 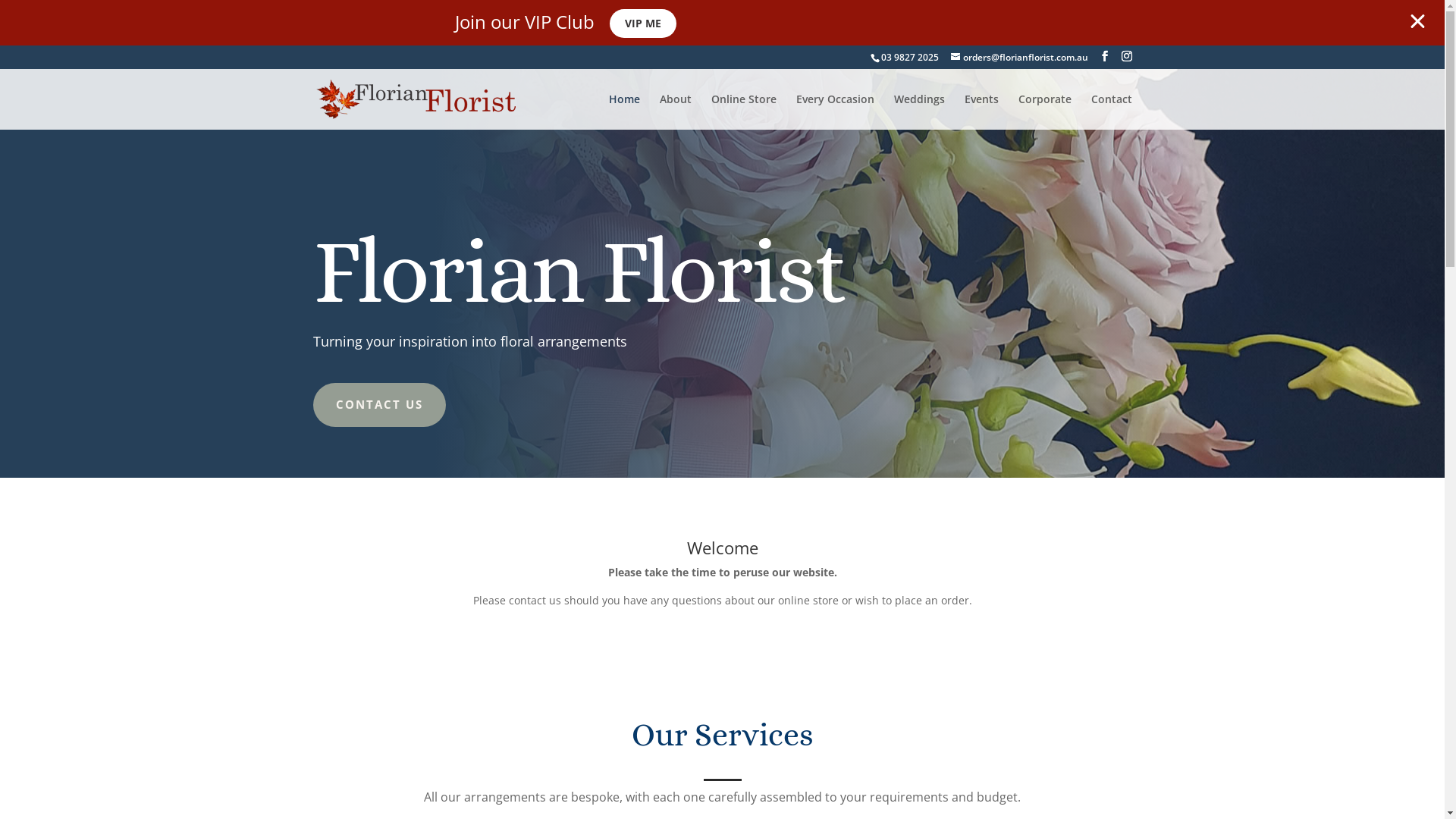 I want to click on 'Corporate', so click(x=1018, y=111).